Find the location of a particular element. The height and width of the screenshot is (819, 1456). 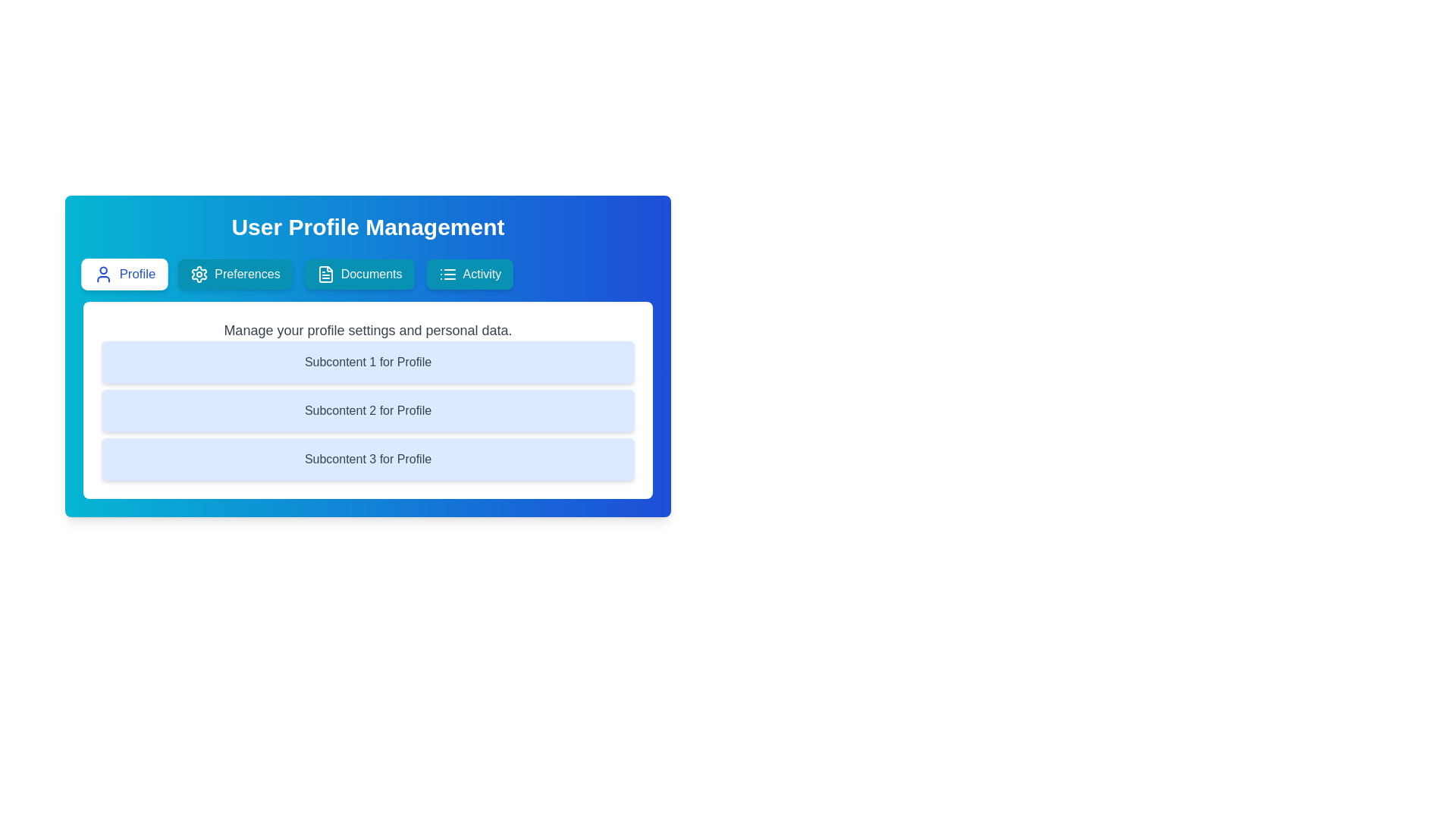

the 'Profile' tab button in the User Profile Management section is located at coordinates (124, 275).